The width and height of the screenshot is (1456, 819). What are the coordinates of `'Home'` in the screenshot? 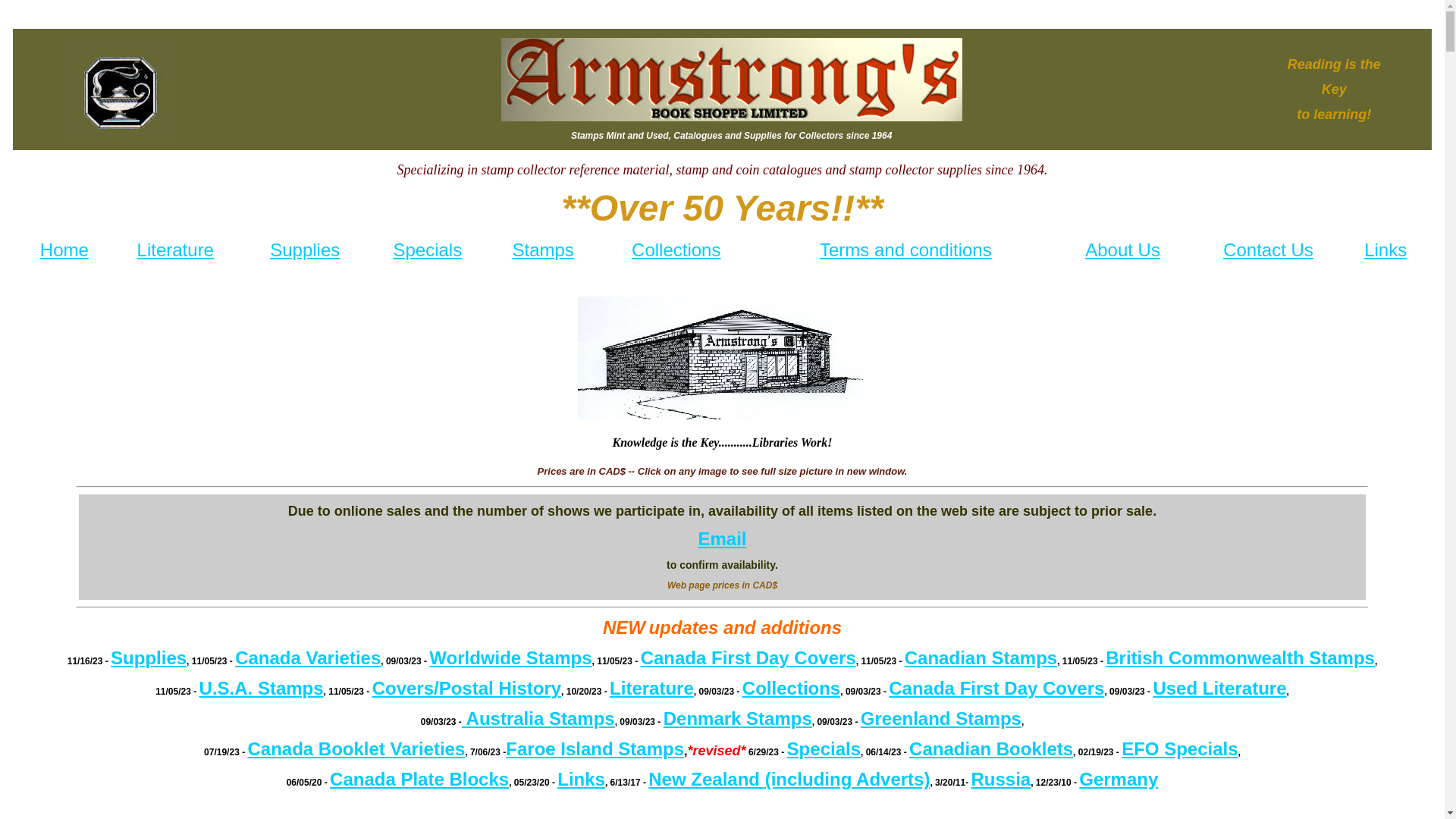 It's located at (64, 249).